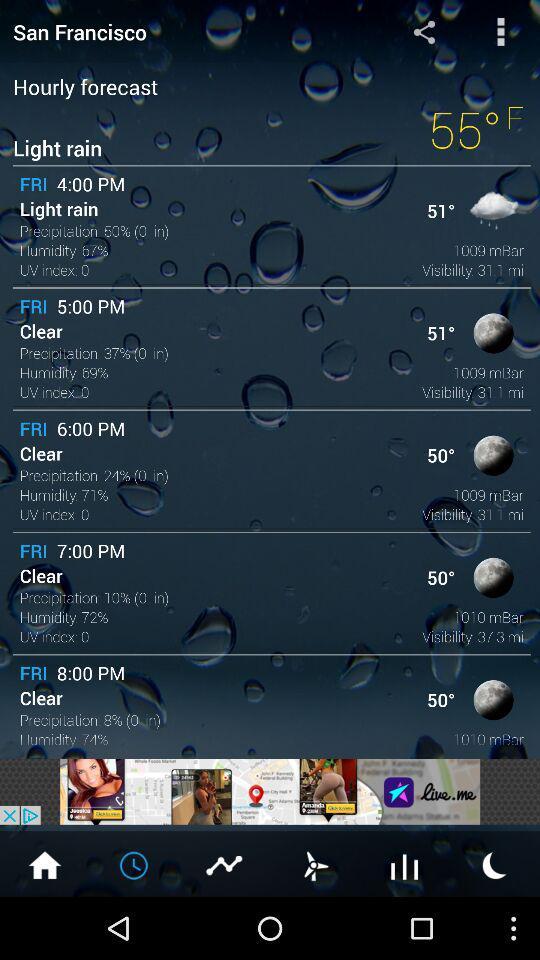 The image size is (540, 960). What do you see at coordinates (179, 30) in the screenshot?
I see `san francisco item` at bounding box center [179, 30].